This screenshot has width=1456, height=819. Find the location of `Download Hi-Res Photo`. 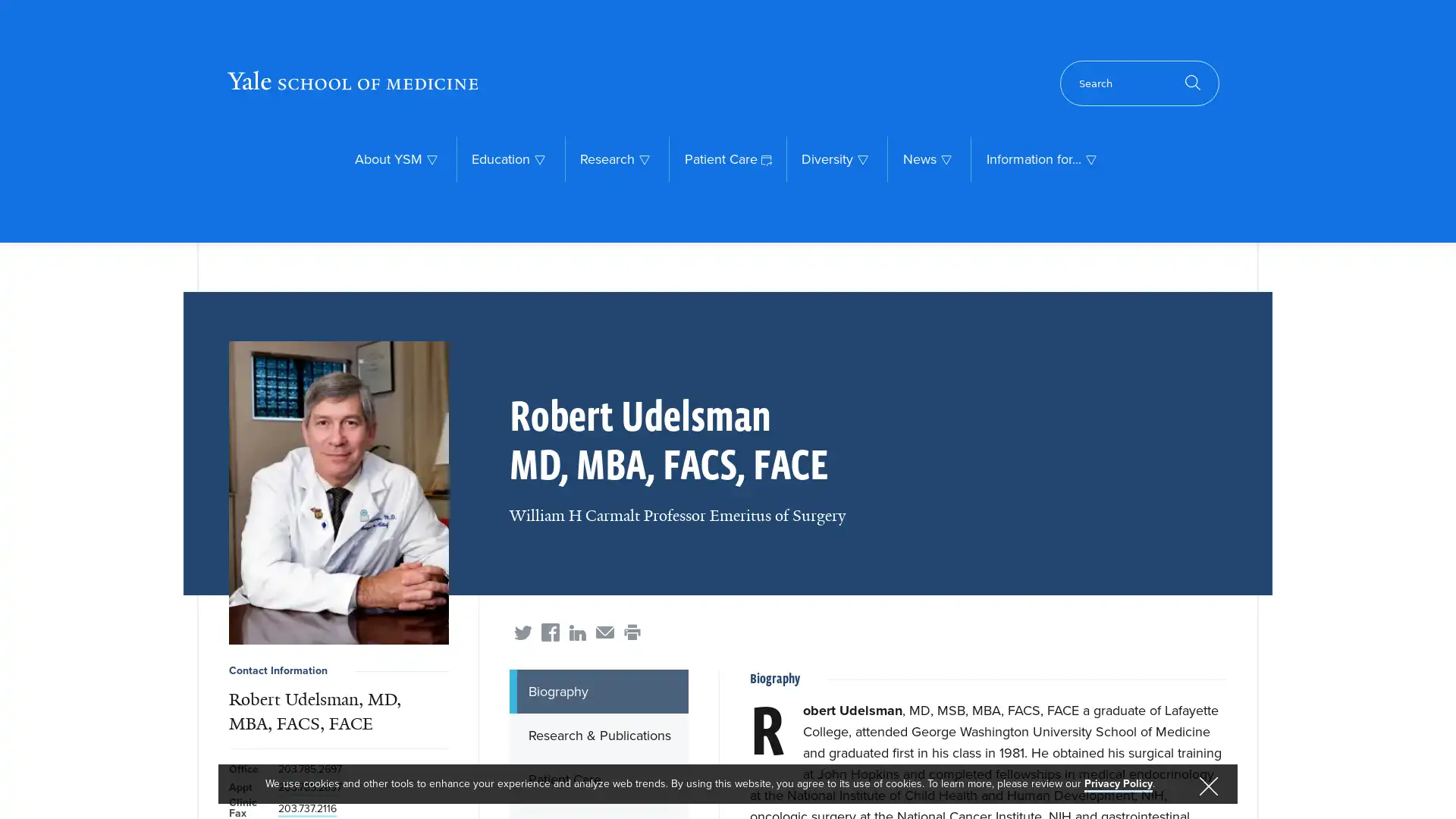

Download Hi-Res Photo is located at coordinates (337, 493).